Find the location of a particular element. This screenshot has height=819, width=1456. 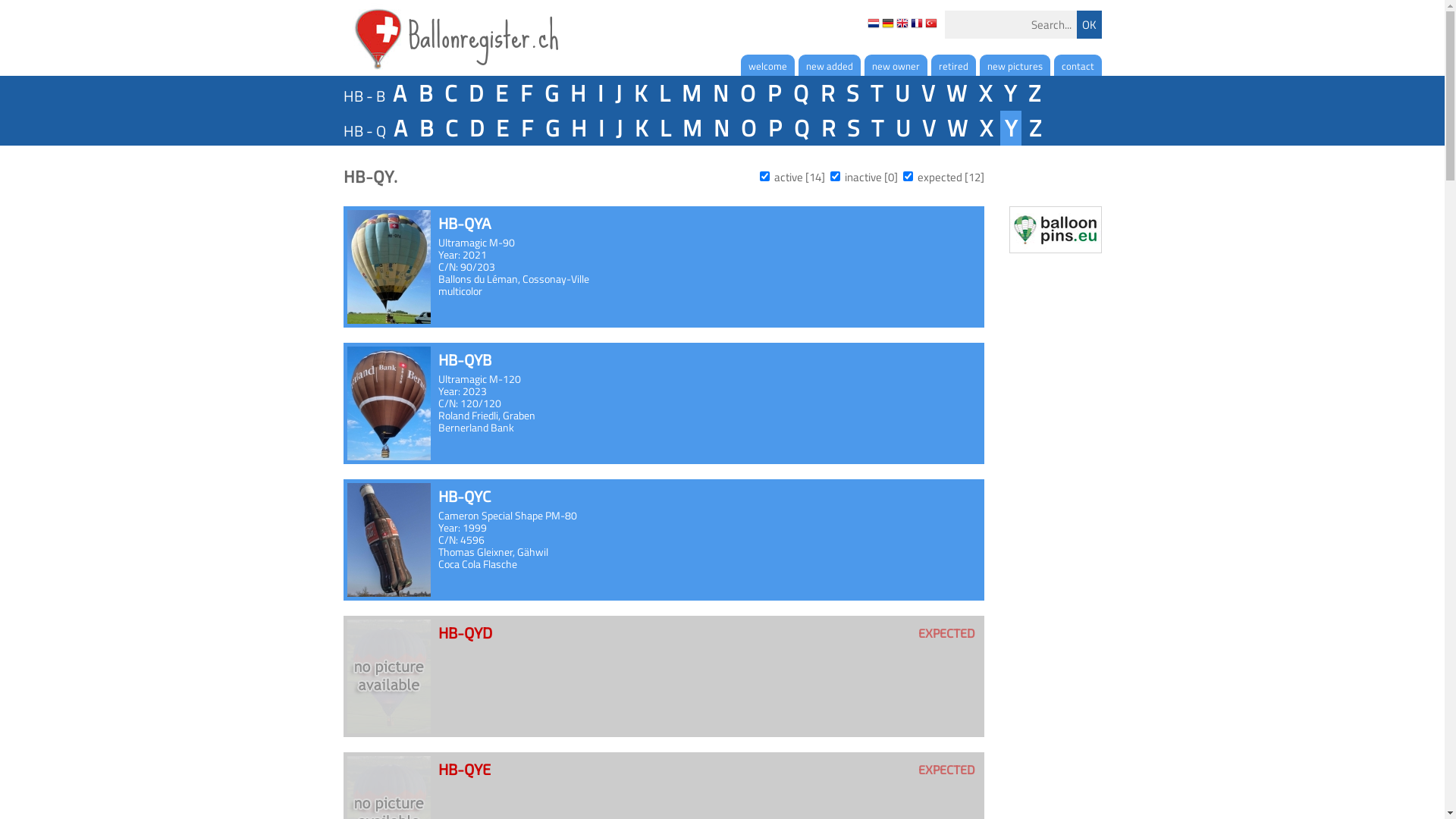

'V' is located at coordinates (927, 127).